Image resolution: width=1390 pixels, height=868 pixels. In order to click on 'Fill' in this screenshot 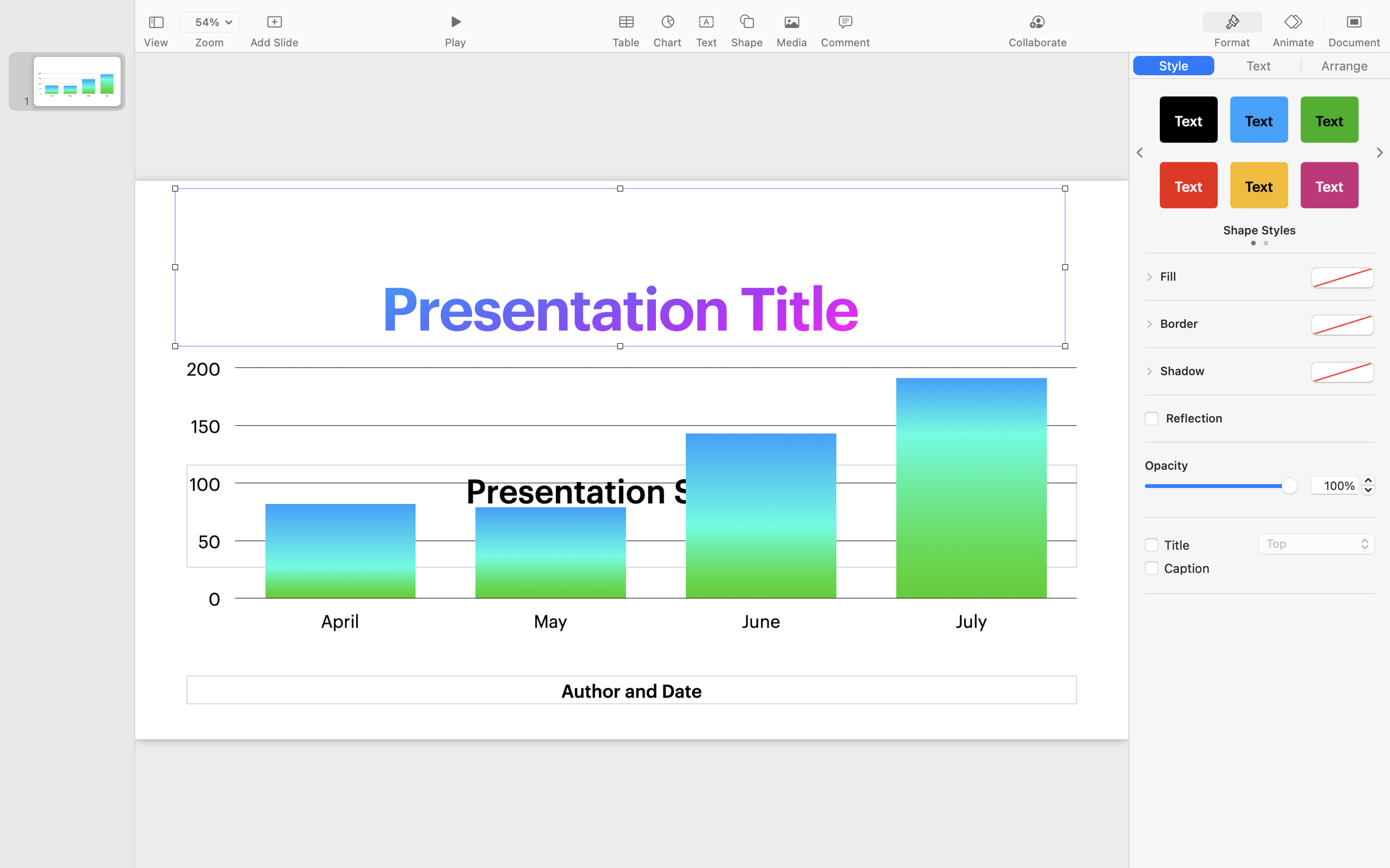, I will do `click(1168, 276)`.